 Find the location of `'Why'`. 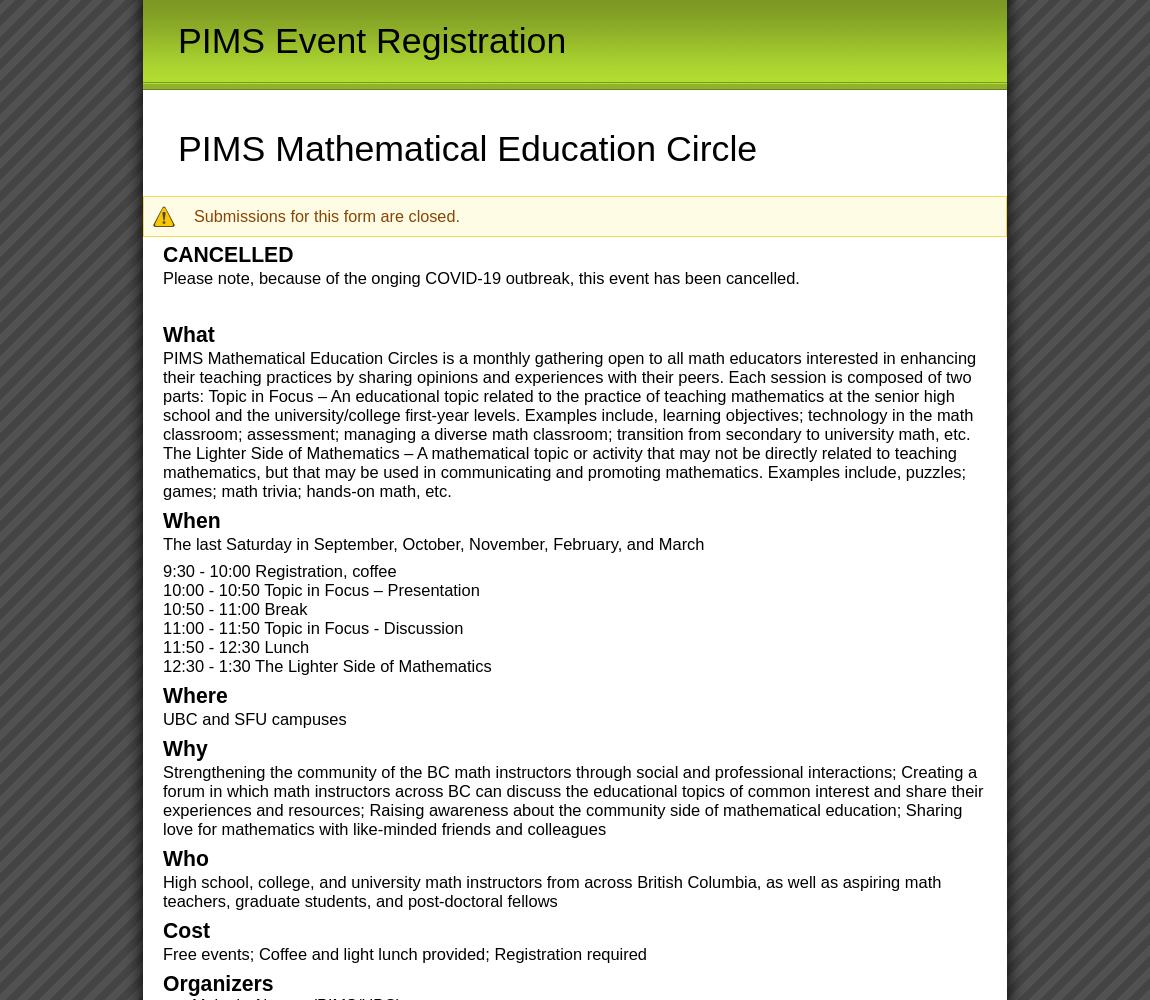

'Why' is located at coordinates (184, 747).